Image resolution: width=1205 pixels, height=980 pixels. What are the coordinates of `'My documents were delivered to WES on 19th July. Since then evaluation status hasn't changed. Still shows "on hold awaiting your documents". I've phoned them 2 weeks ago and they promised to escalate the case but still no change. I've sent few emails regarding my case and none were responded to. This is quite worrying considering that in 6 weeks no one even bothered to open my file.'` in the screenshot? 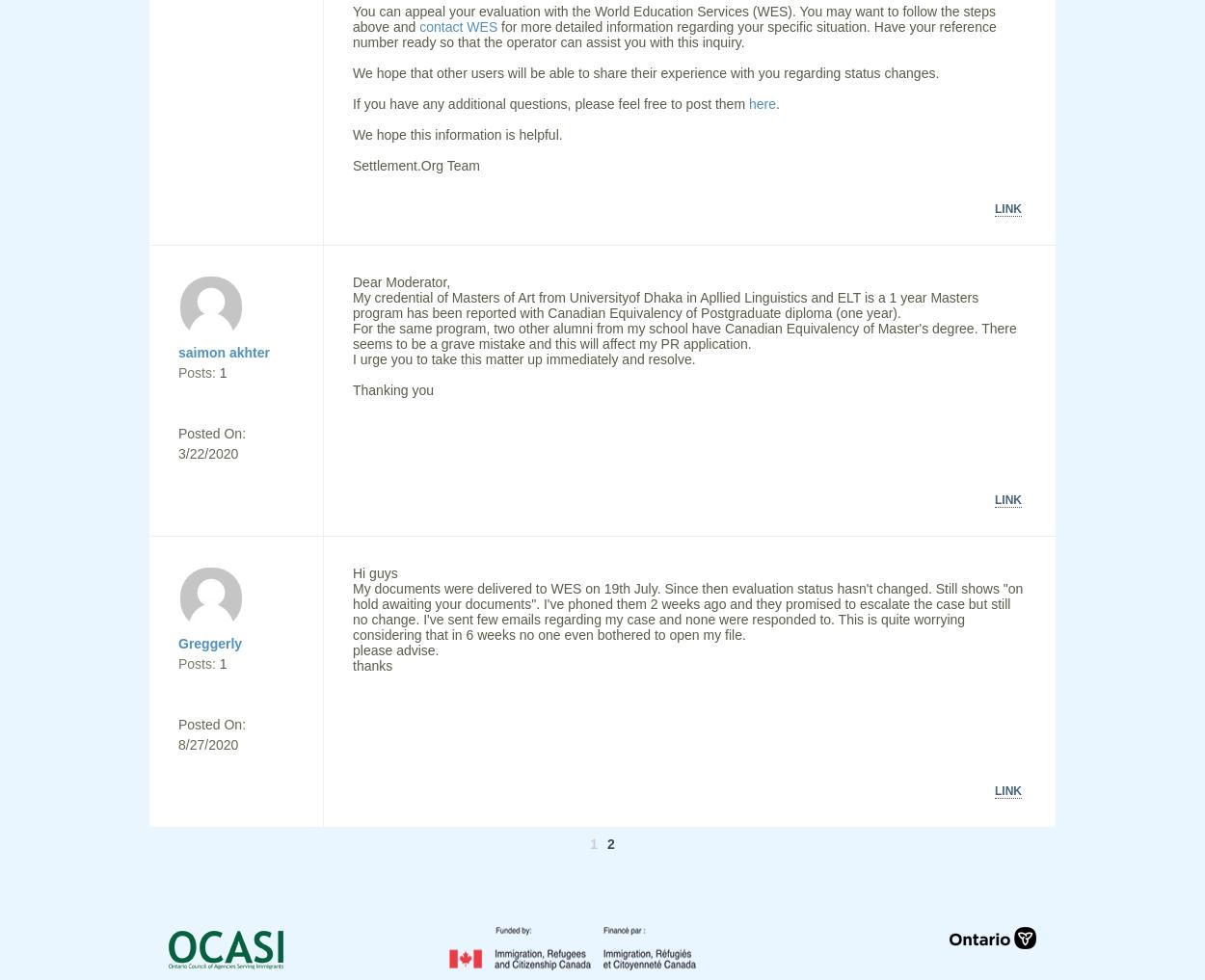 It's located at (352, 612).